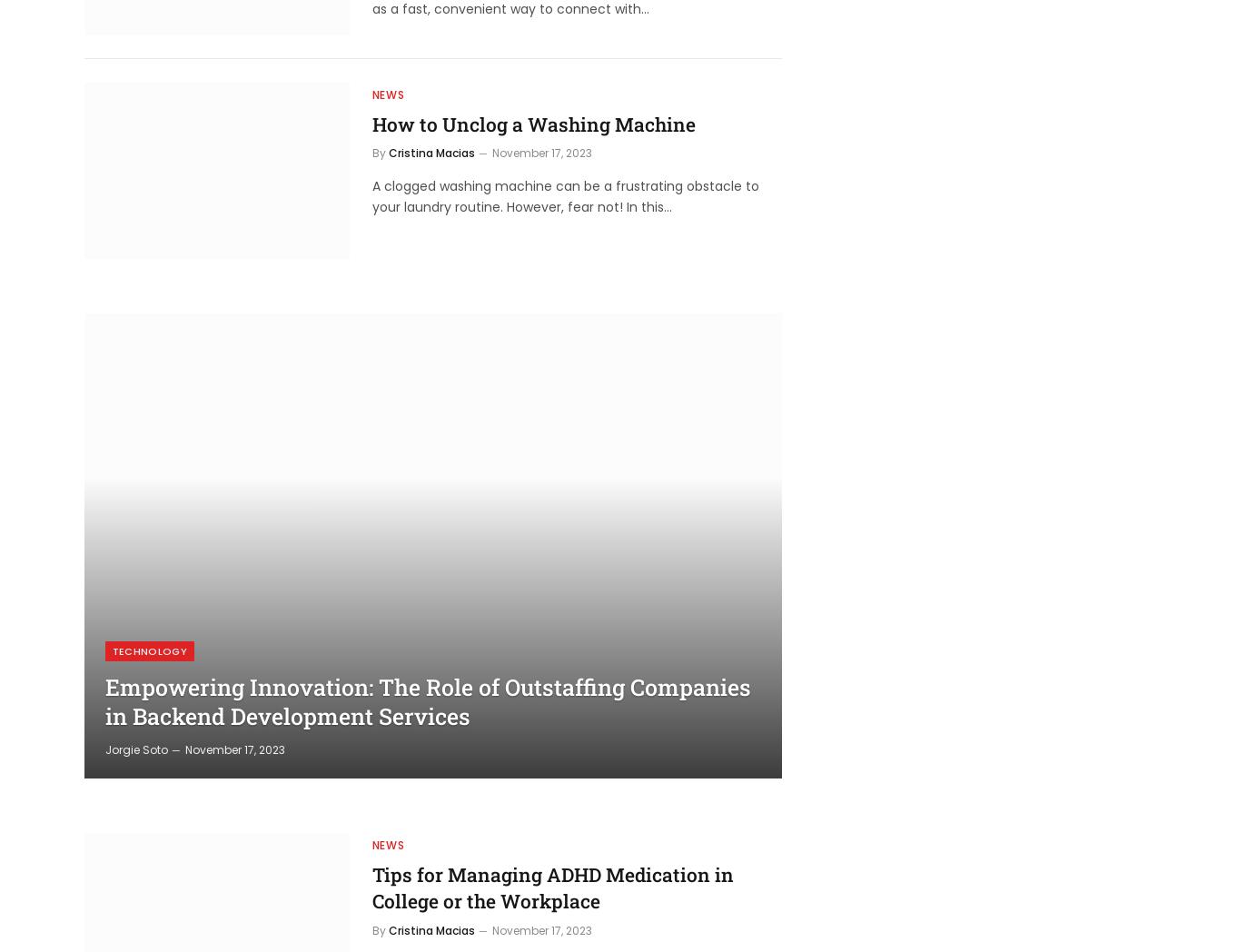 This screenshot has height=952, width=1257. What do you see at coordinates (563, 194) in the screenshot?
I see `'A clogged washing machine can be a frustrating obstacle to your laundry routine. However, fear not! In this…'` at bounding box center [563, 194].